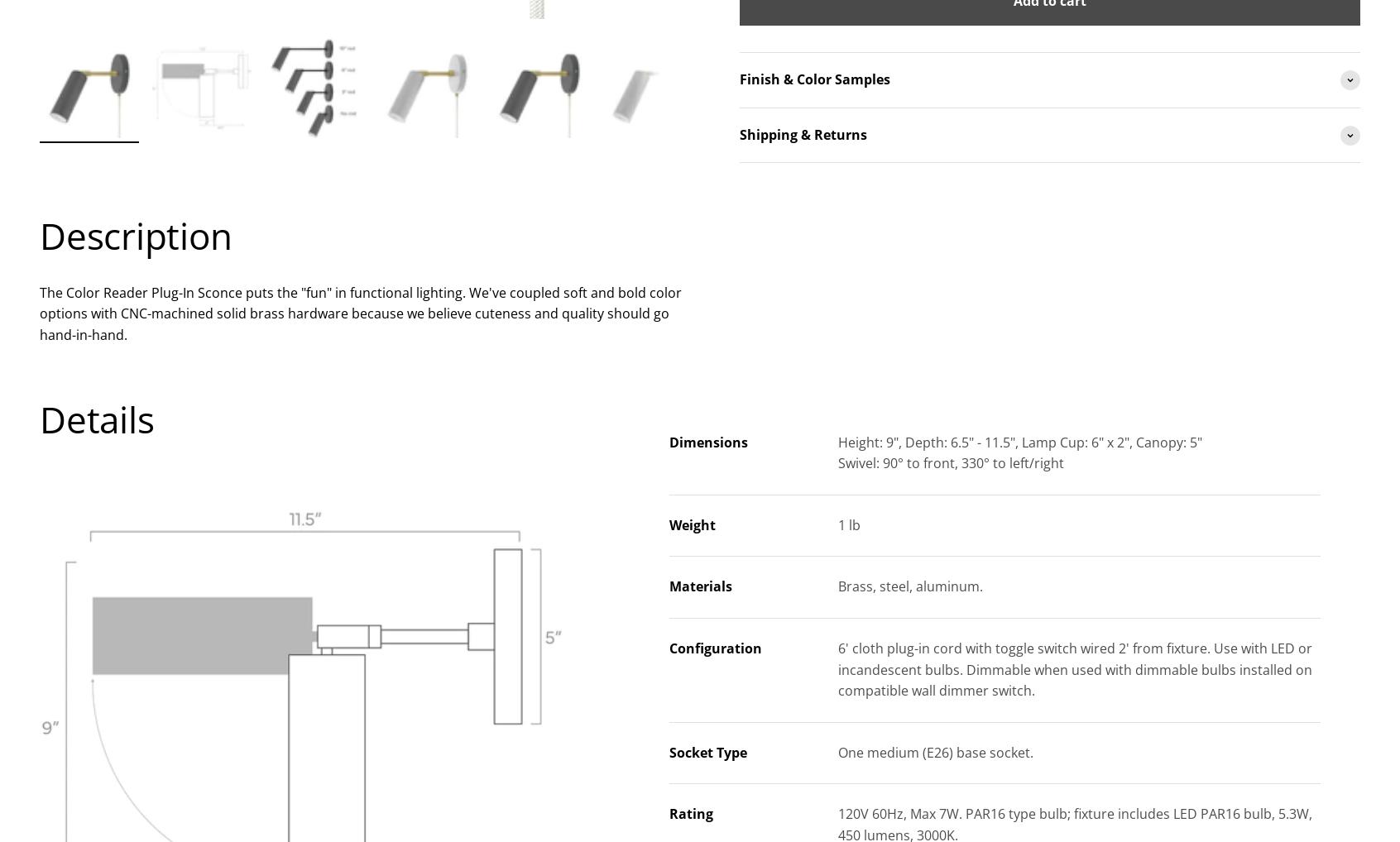 Image resolution: width=1400 pixels, height=842 pixels. I want to click on '- Items must be in', so click(797, 293).